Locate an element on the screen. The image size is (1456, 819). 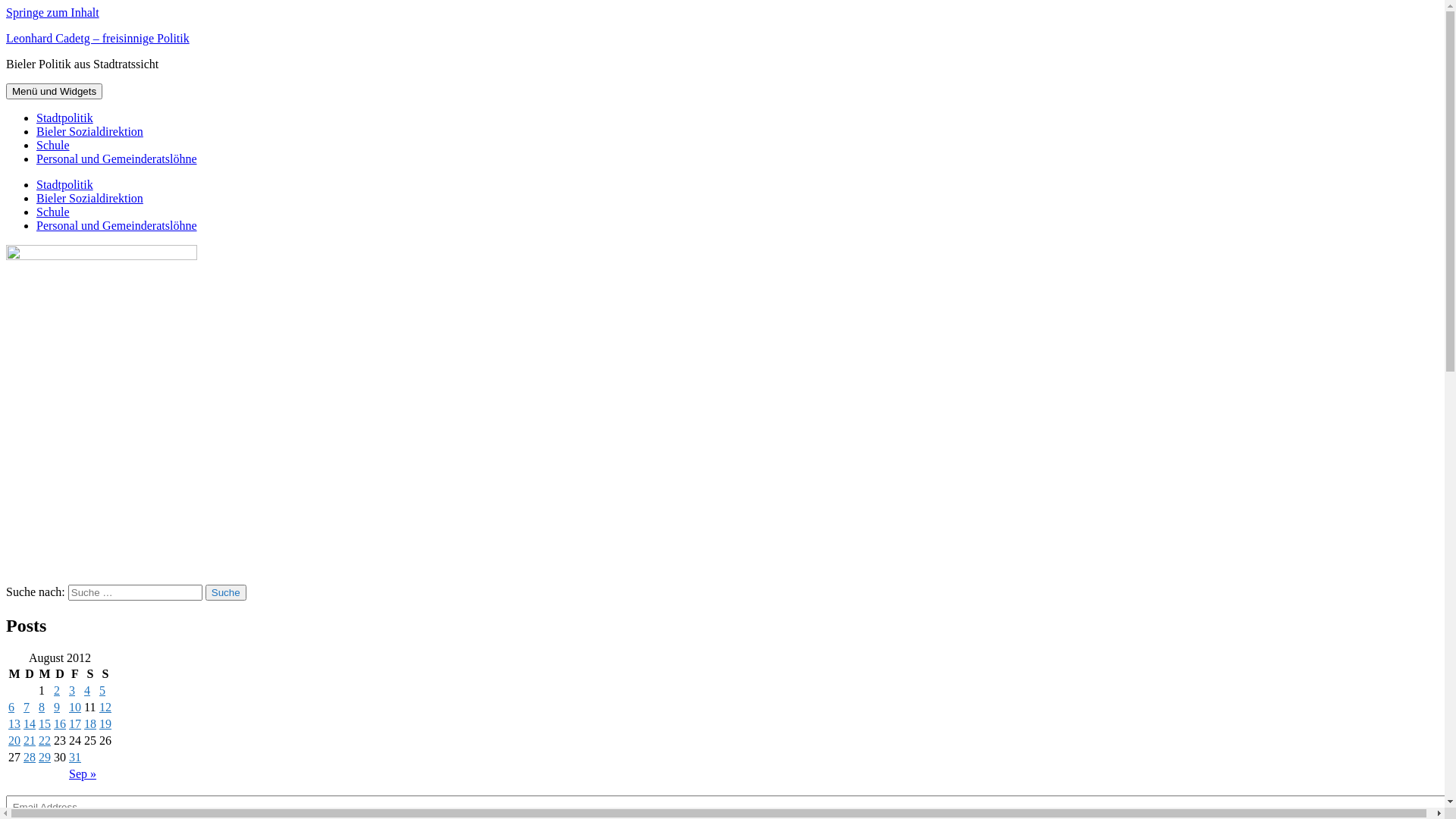
'14' is located at coordinates (29, 723).